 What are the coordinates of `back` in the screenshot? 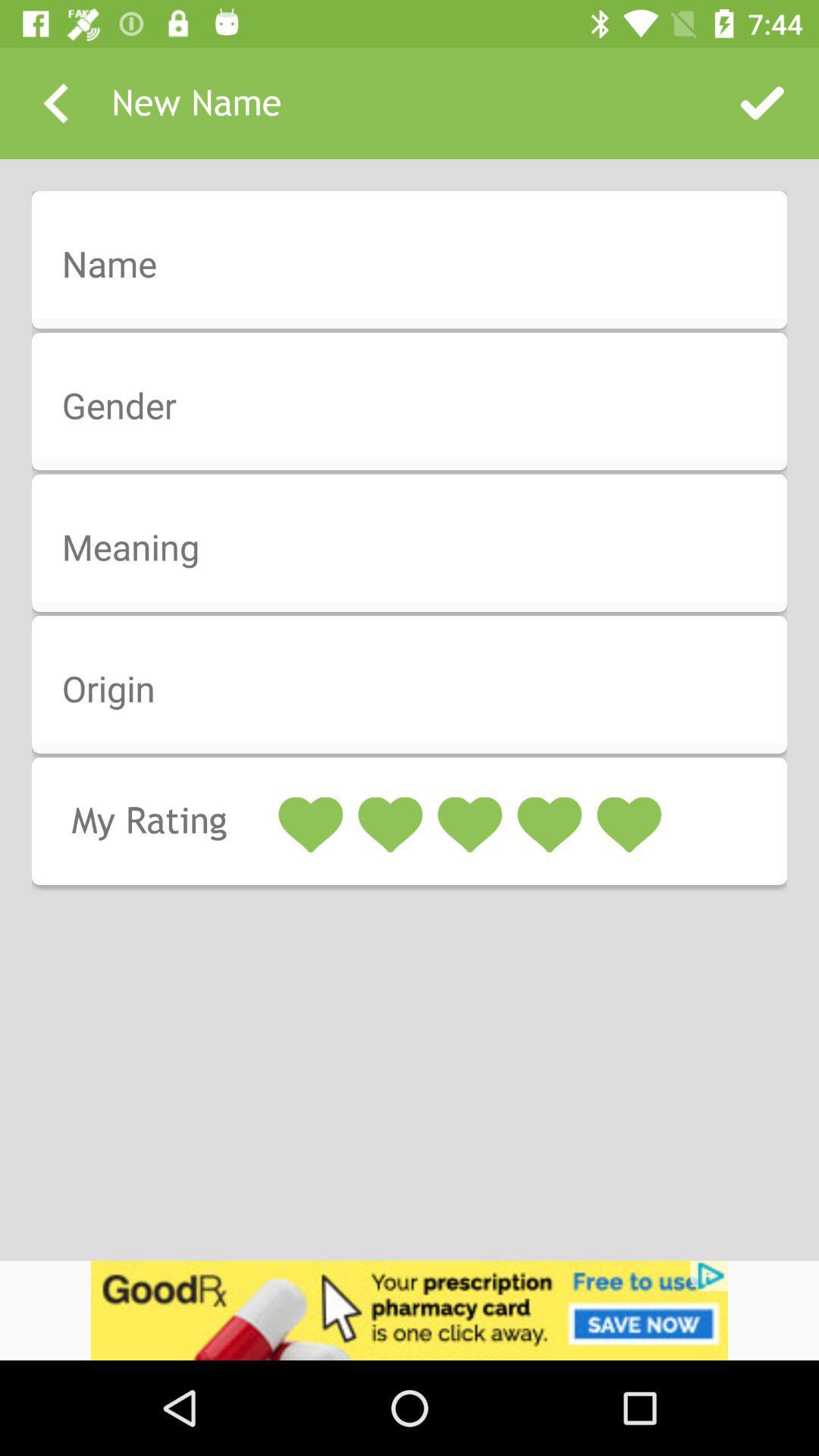 It's located at (55, 102).